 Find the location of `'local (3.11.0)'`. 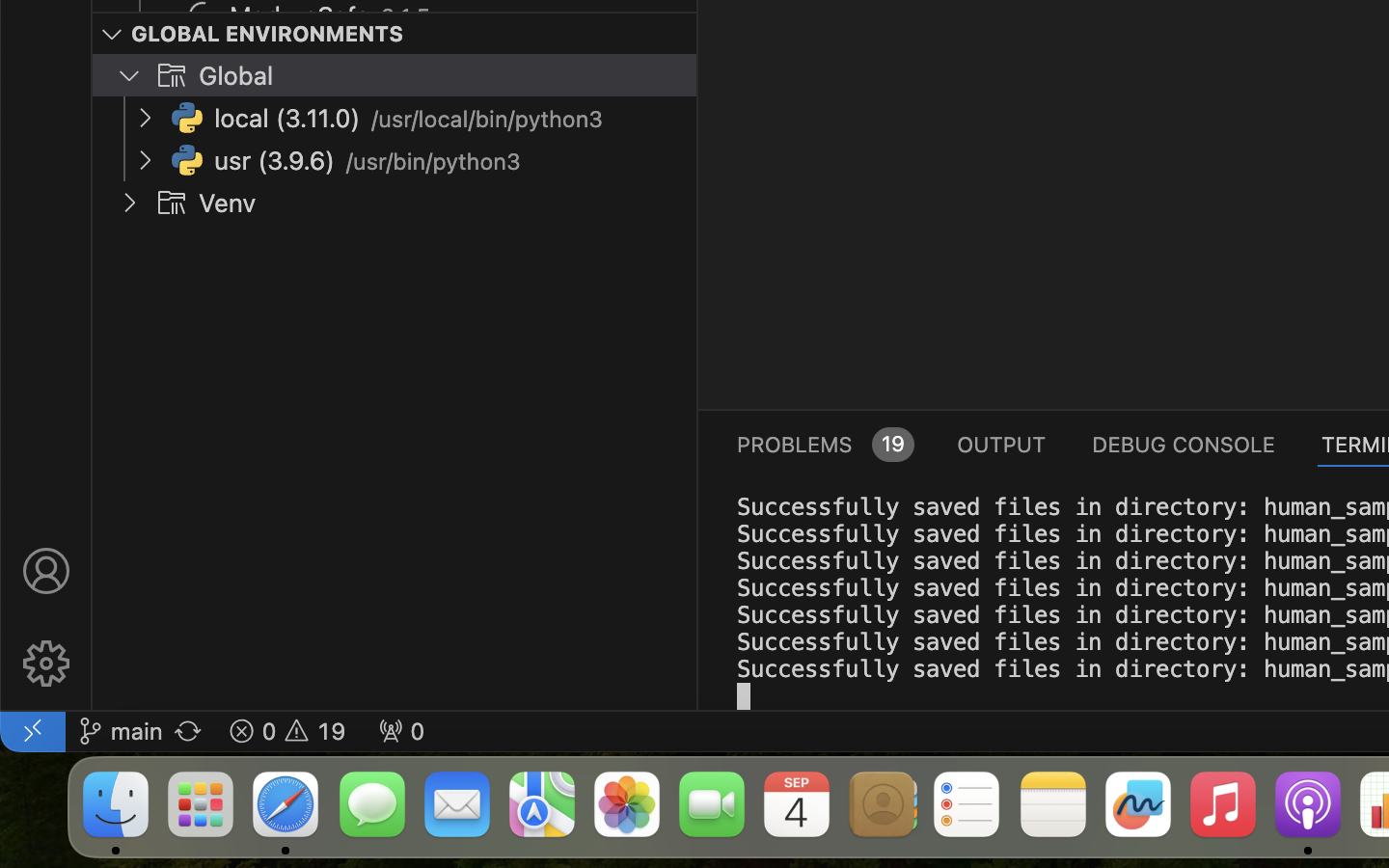

'local (3.11.0)' is located at coordinates (286, 119).